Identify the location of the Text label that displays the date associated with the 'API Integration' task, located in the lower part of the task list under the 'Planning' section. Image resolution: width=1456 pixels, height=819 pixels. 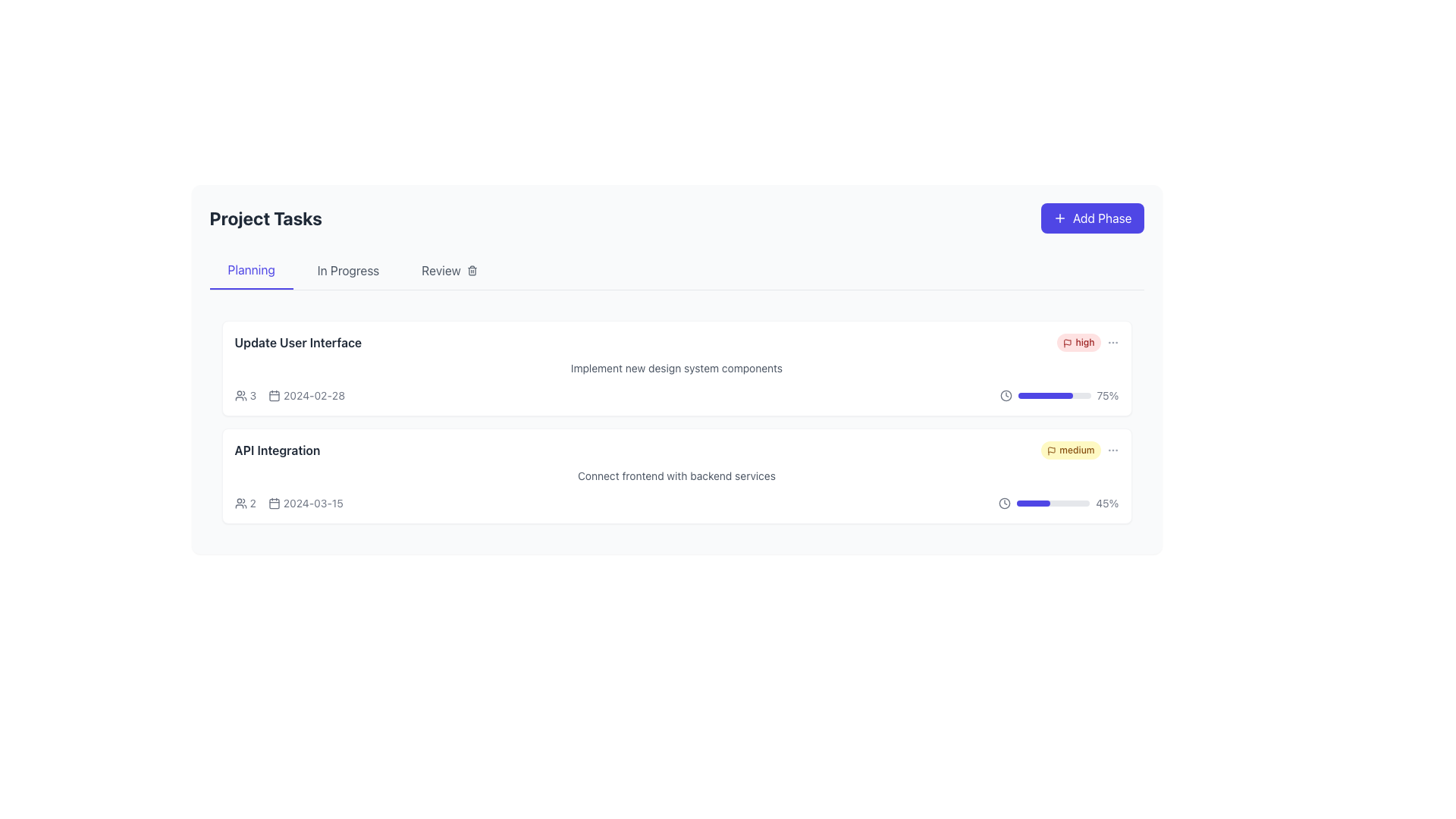
(289, 503).